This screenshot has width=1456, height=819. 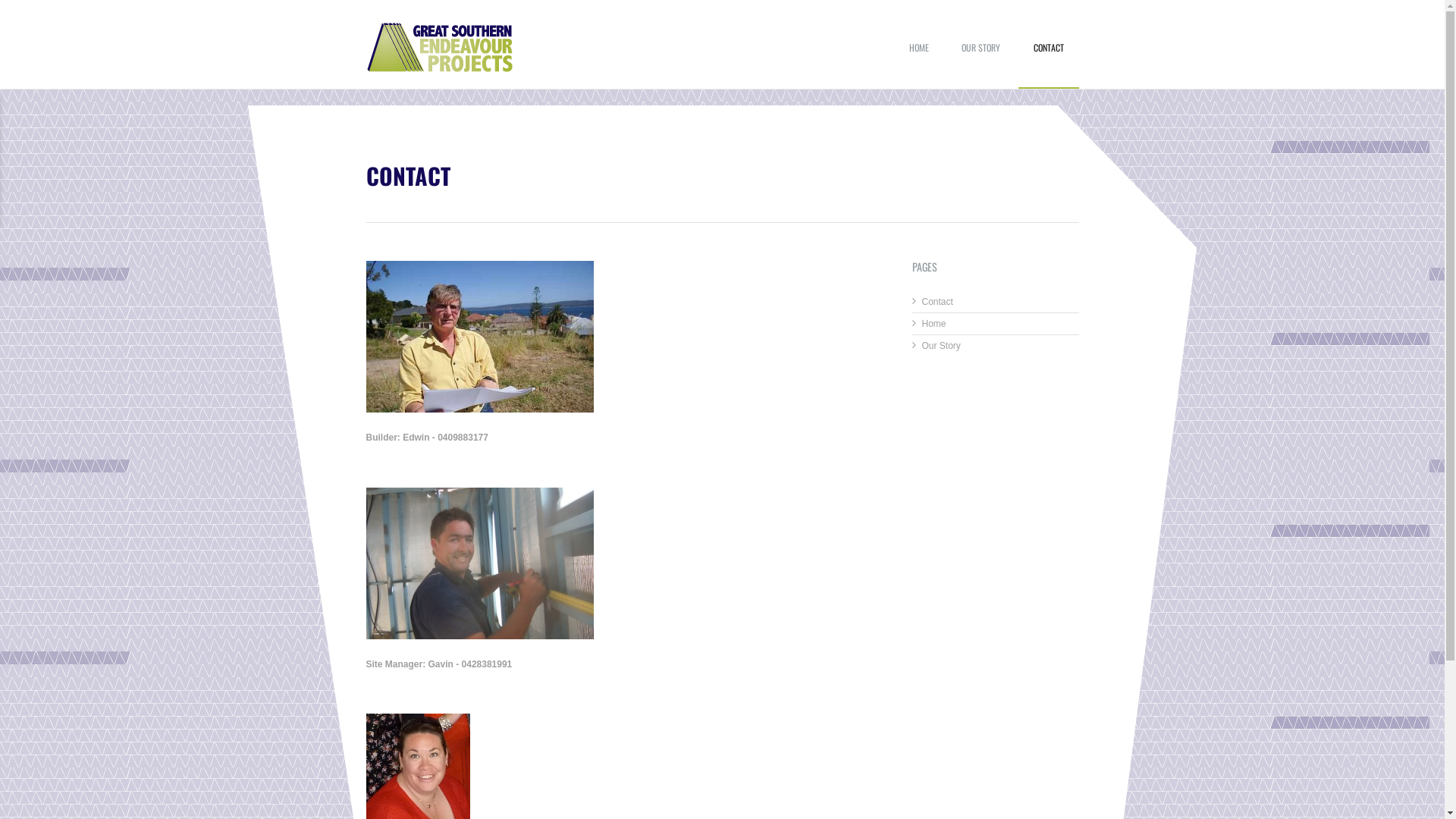 What do you see at coordinates (940, 345) in the screenshot?
I see `'Our Story'` at bounding box center [940, 345].